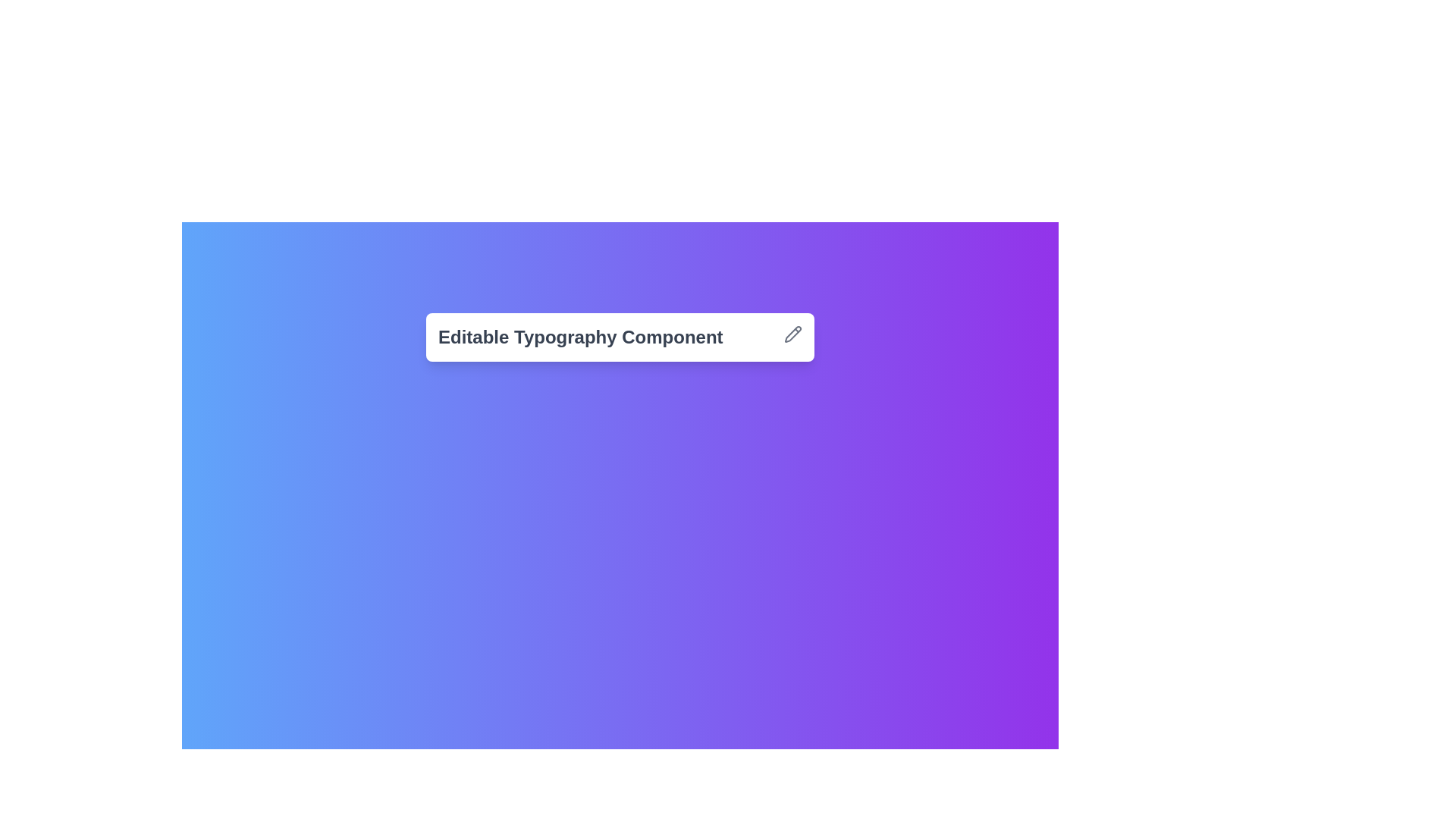 Image resolution: width=1456 pixels, height=819 pixels. I want to click on the edit icon button located at the far right of the 'Editable Typography Component' to initiate an editing action, so click(792, 333).